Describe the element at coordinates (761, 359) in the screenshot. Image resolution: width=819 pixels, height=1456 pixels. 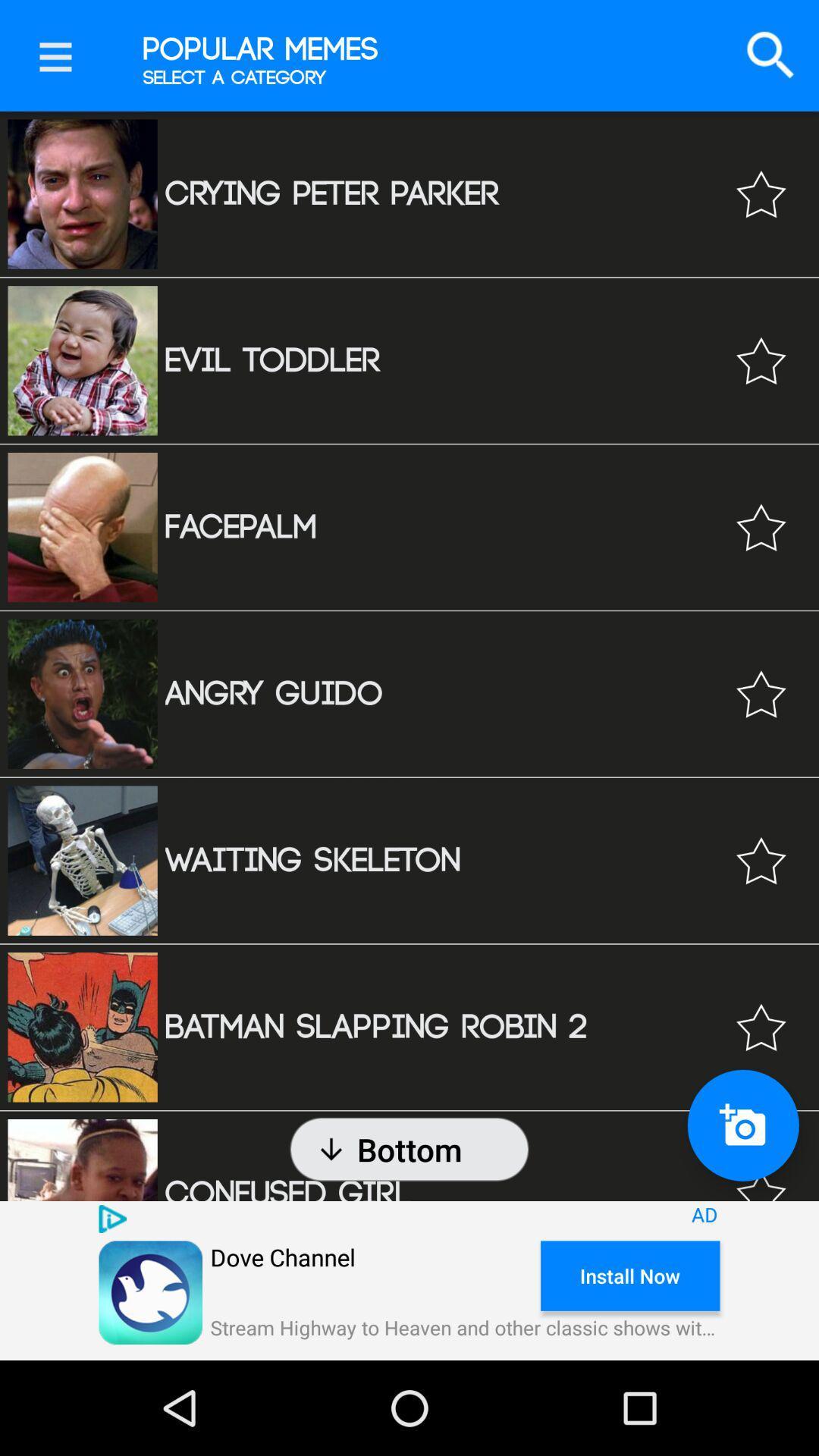
I see `the content` at that location.